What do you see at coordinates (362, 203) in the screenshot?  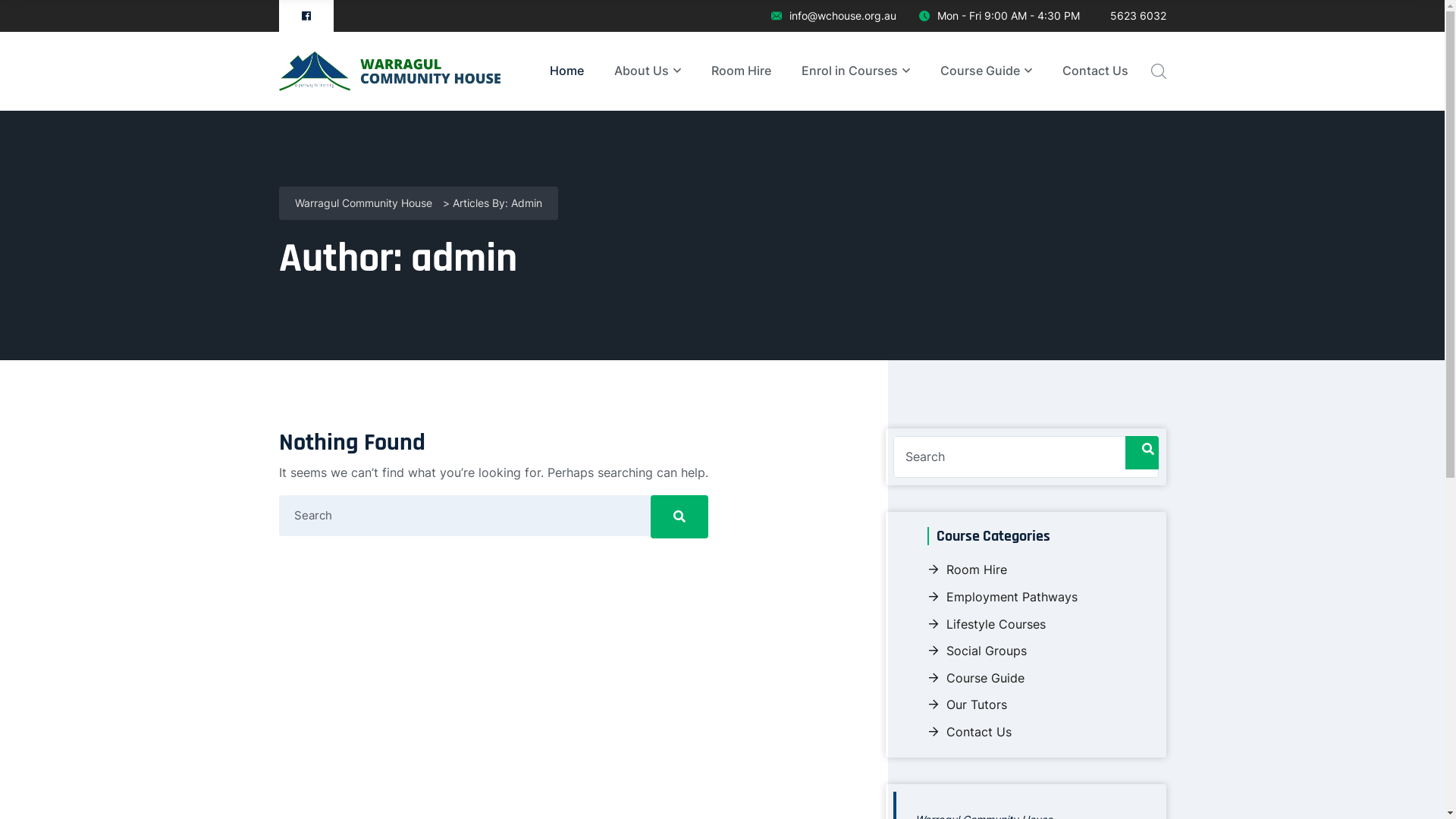 I see `'Warragul Community House'` at bounding box center [362, 203].